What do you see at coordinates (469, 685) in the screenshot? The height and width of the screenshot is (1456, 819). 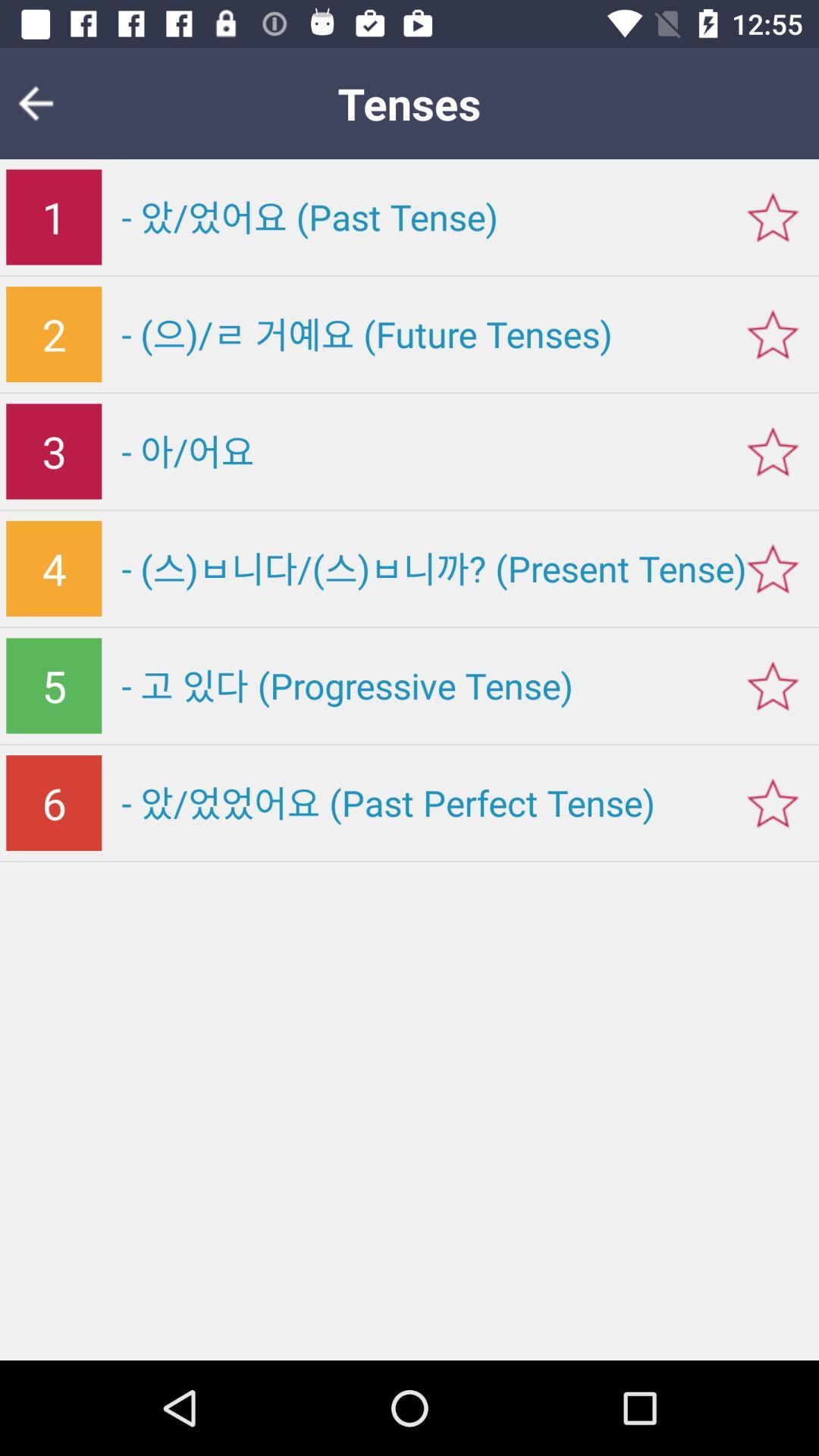 I see `icon to the right of 5` at bounding box center [469, 685].